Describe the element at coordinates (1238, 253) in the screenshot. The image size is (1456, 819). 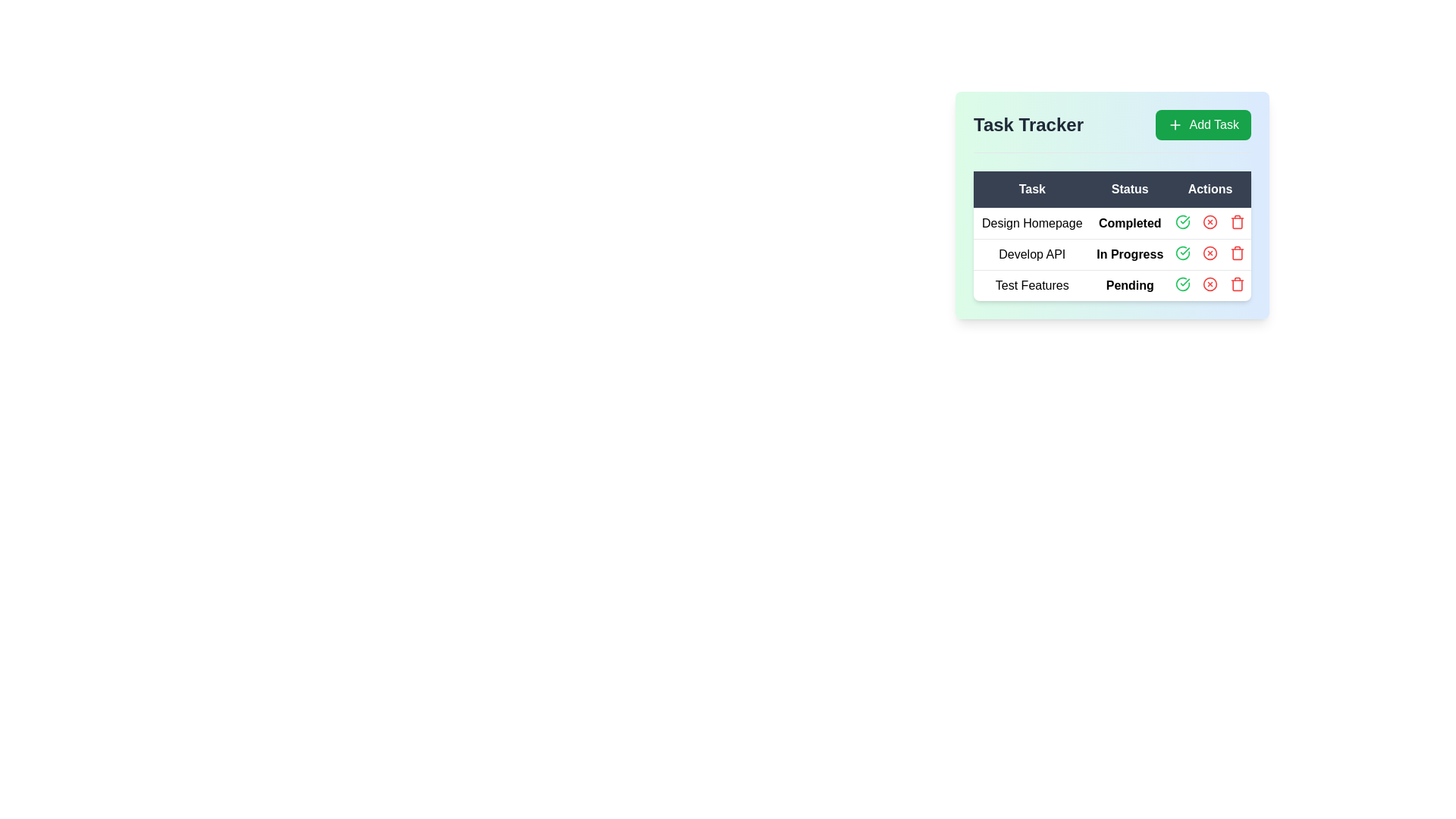
I see `the trash can icon in the Actions column of the task tracker table` at that location.